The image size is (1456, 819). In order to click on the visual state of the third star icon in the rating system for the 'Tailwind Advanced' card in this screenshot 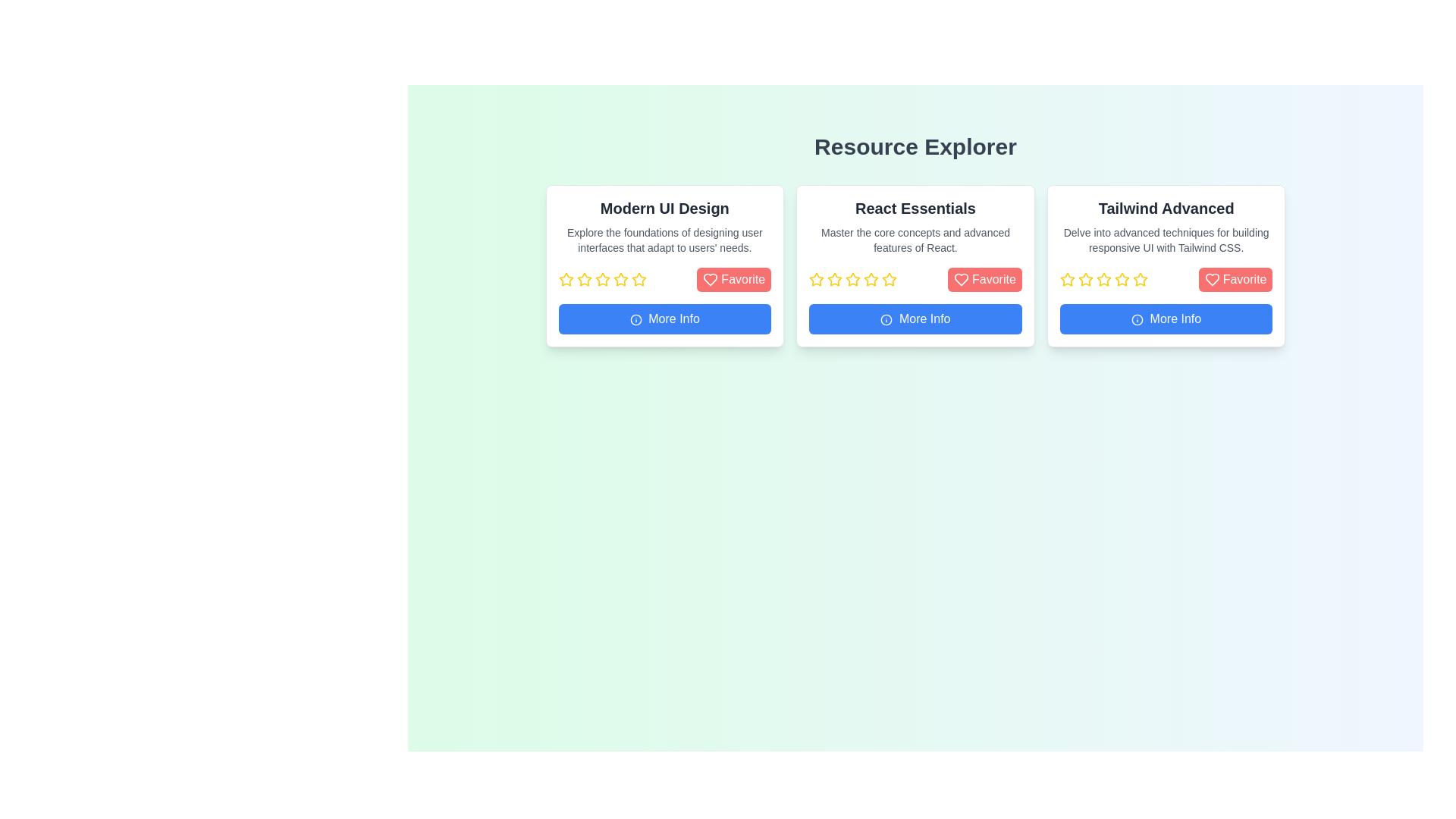, I will do `click(1103, 279)`.